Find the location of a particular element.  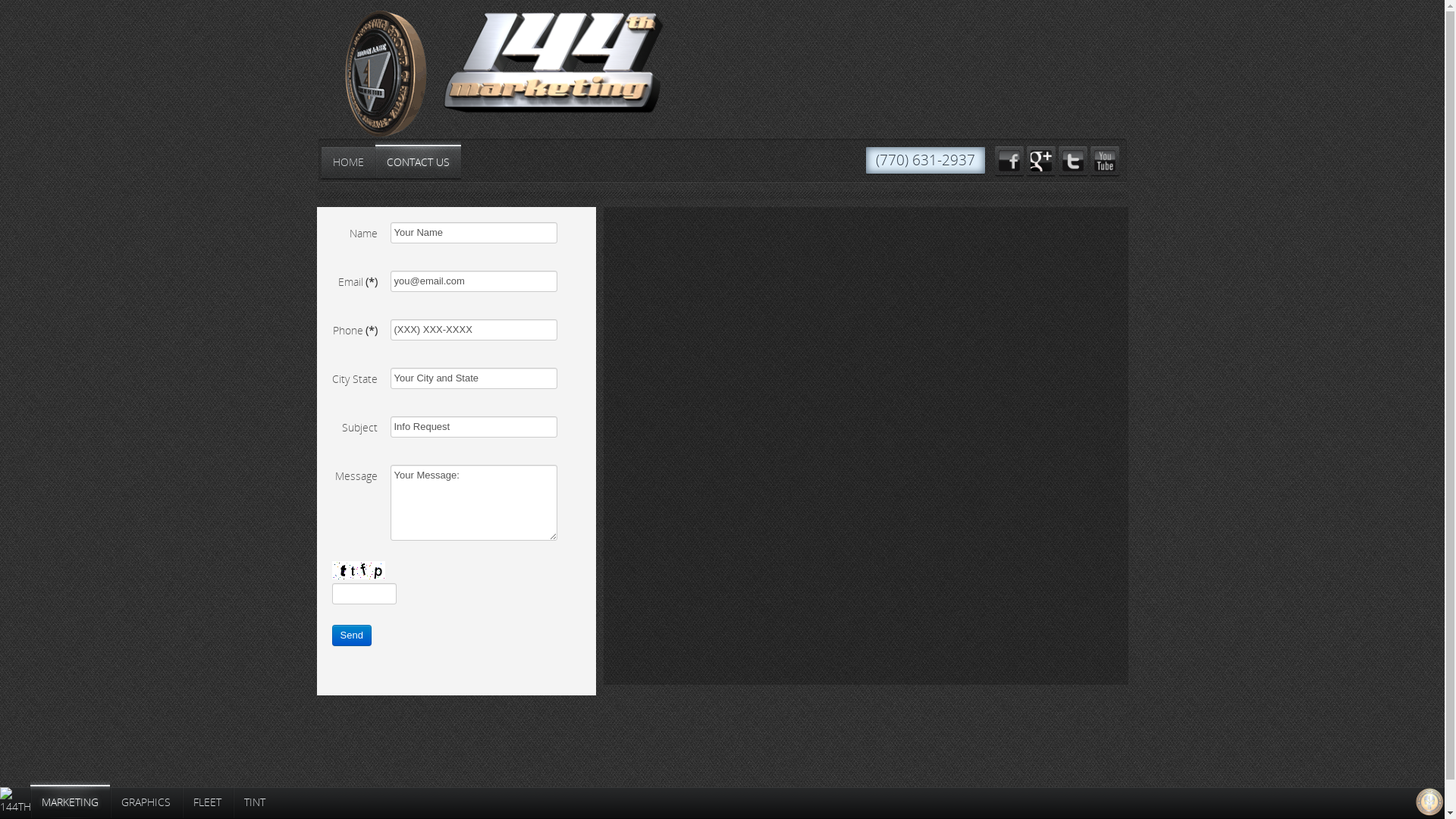

'(770) 631-2937' is located at coordinates (924, 160).